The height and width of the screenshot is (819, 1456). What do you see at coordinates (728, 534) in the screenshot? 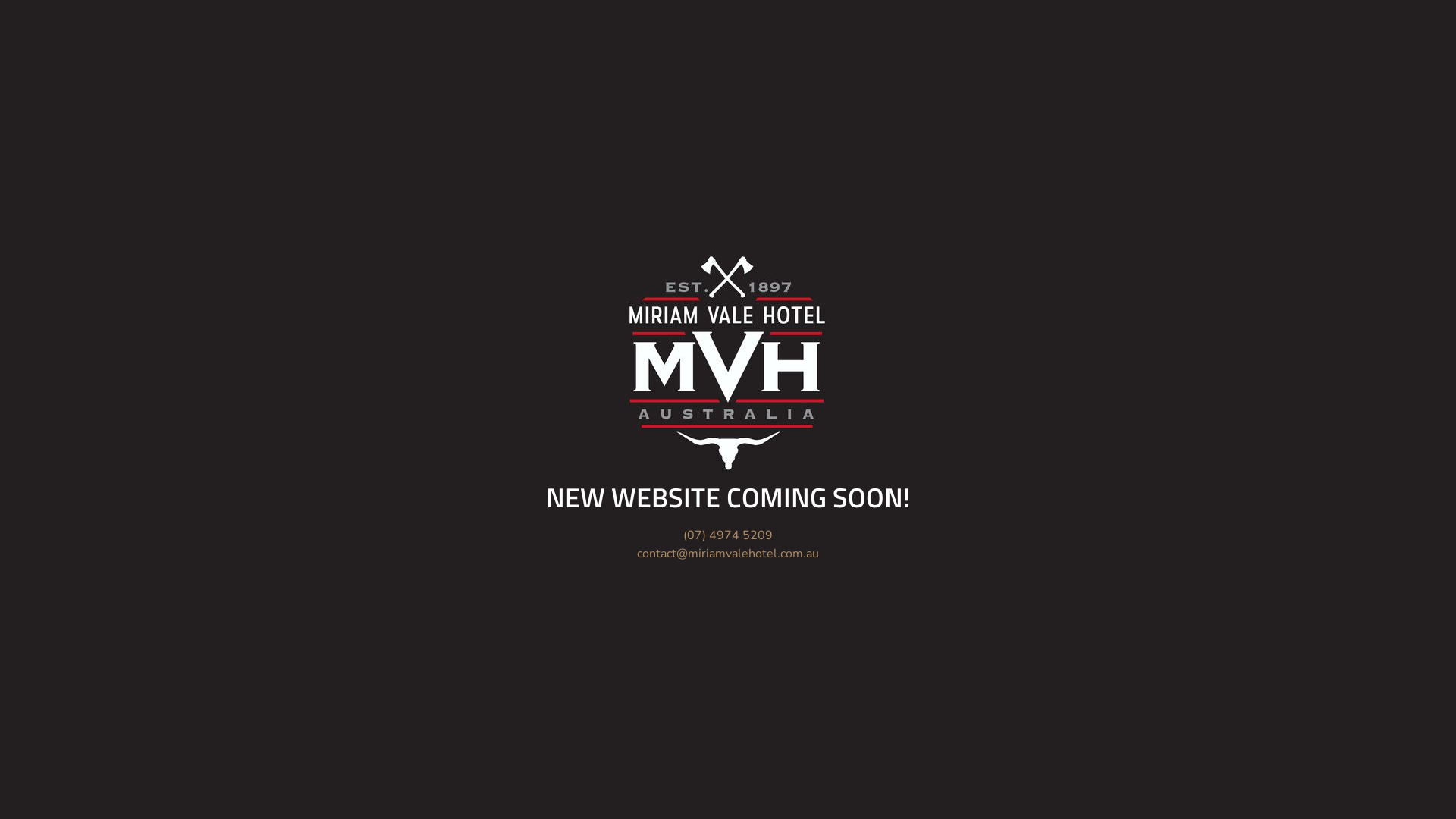
I see `'(07) 4974 5209'` at bounding box center [728, 534].